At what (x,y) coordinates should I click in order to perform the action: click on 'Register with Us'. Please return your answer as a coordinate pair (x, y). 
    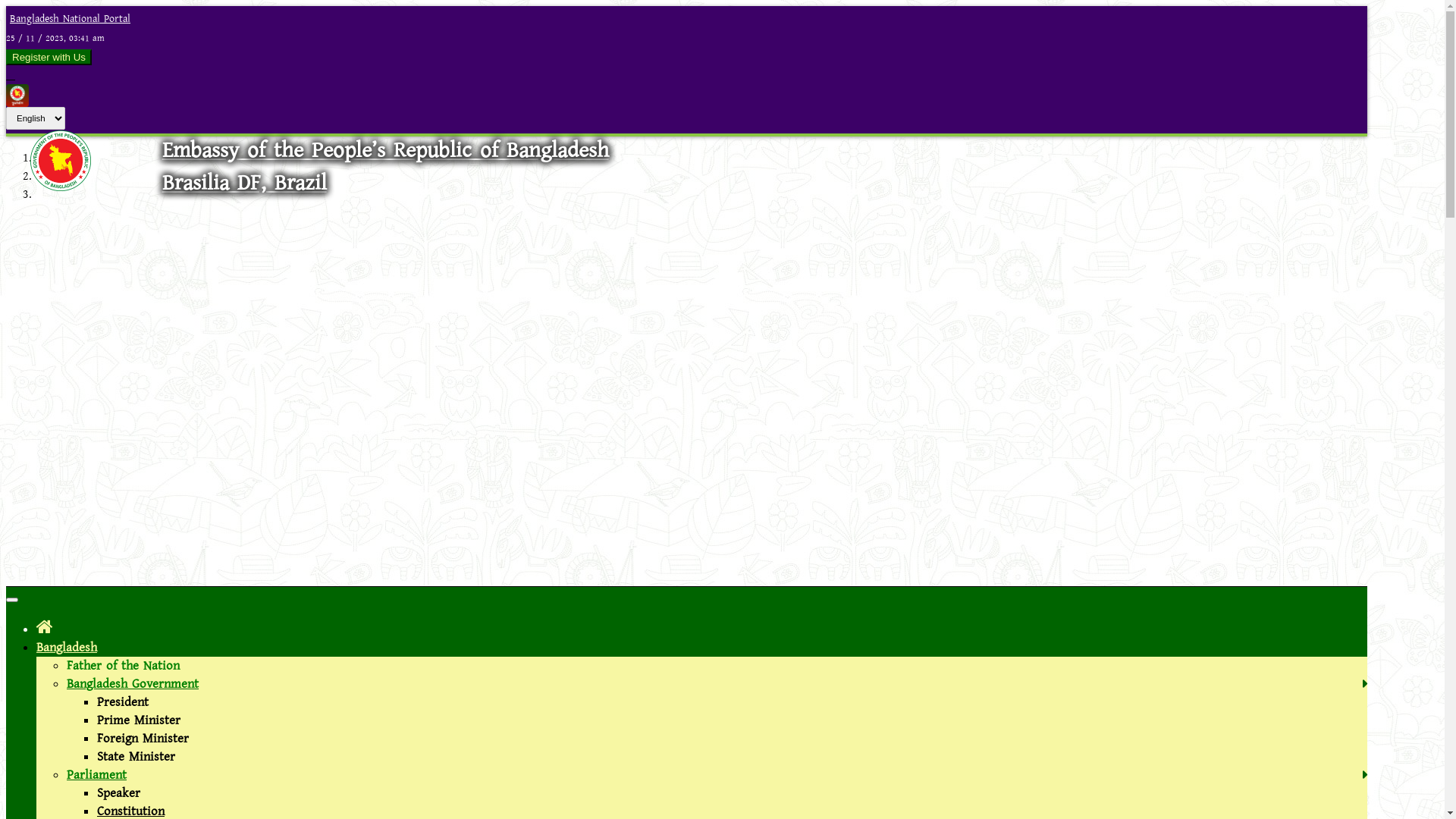
    Looking at the image, I should click on (49, 56).